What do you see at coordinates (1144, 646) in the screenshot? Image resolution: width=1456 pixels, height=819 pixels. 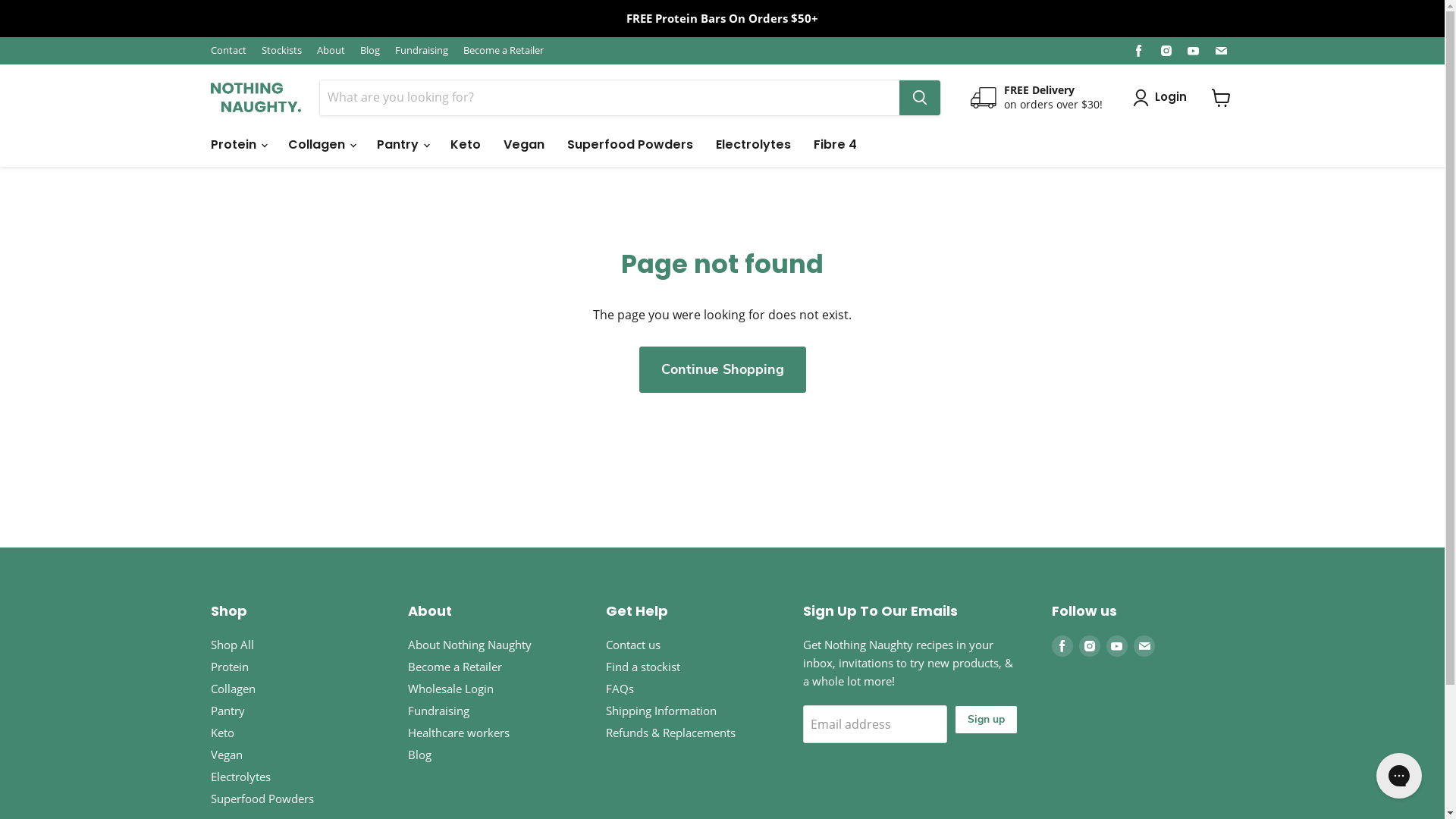 I see `'Find us on Email'` at bounding box center [1144, 646].